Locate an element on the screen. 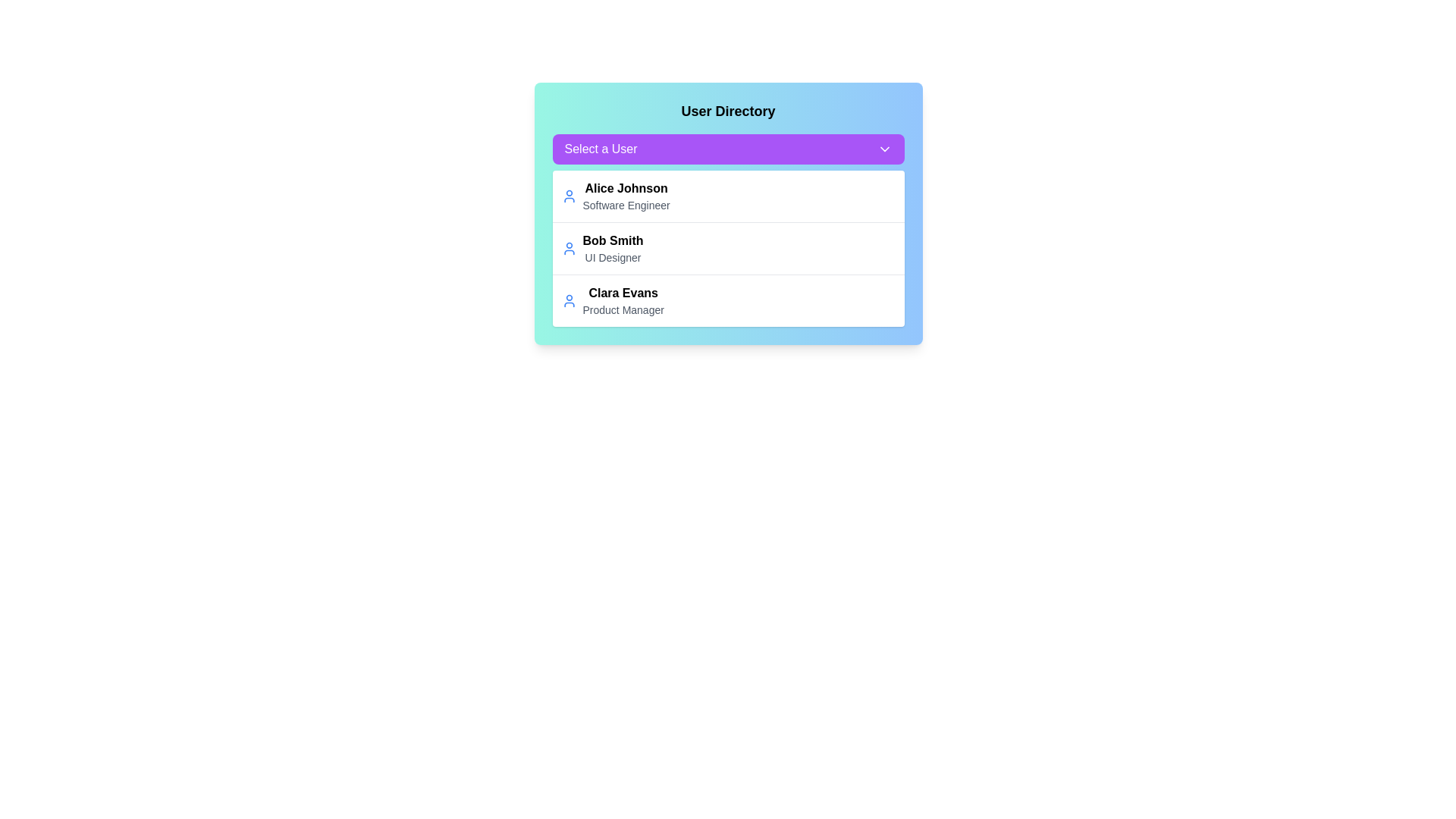 Image resolution: width=1456 pixels, height=819 pixels. the Label displaying the user's name and title, located in the topmost user entry row to the right of the blue user icon is located at coordinates (626, 195).